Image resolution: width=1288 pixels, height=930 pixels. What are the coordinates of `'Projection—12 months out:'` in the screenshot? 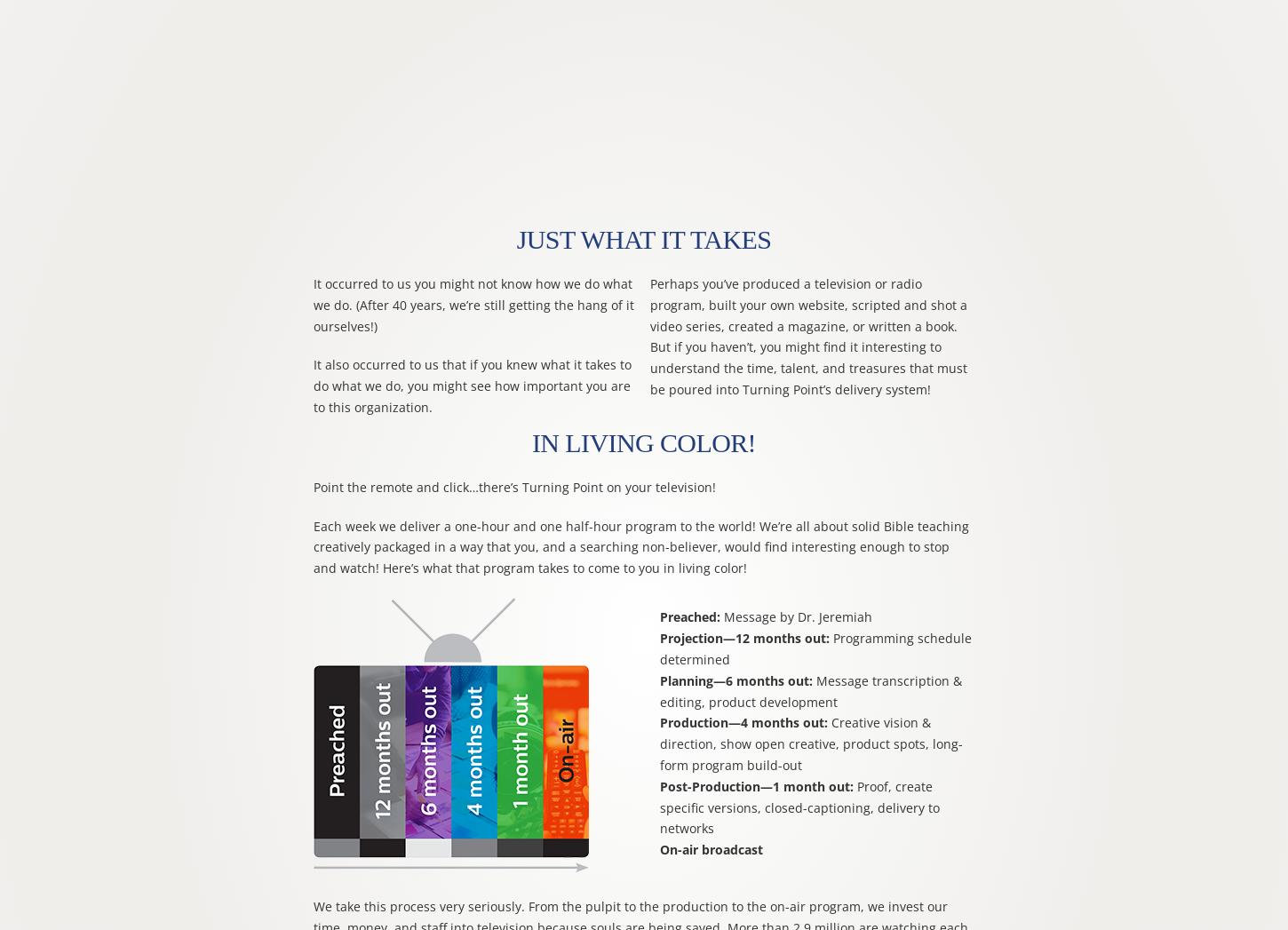 It's located at (743, 638).